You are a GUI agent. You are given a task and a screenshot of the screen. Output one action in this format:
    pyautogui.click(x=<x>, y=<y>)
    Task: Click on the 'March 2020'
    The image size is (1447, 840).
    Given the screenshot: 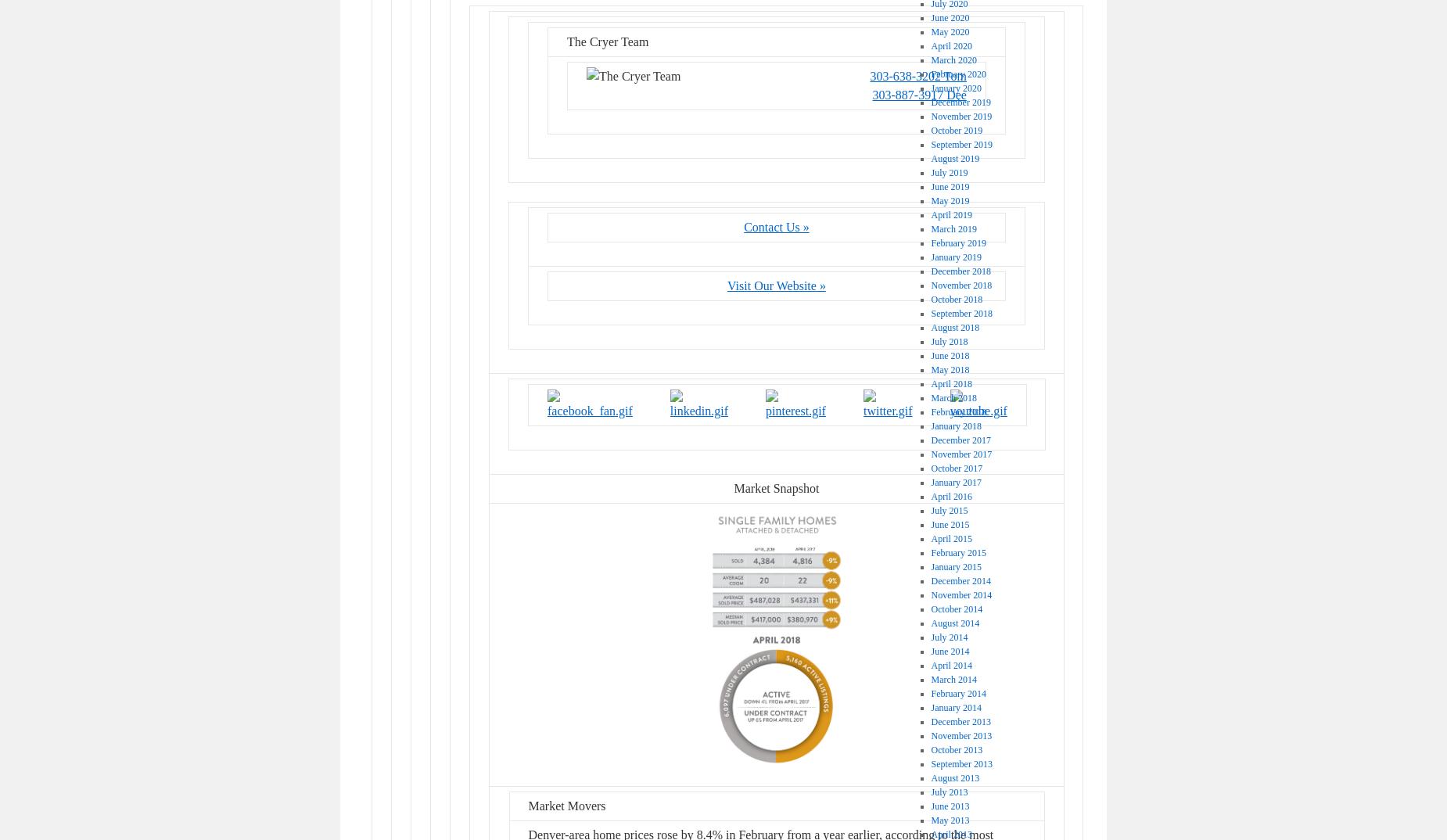 What is the action you would take?
    pyautogui.click(x=952, y=60)
    